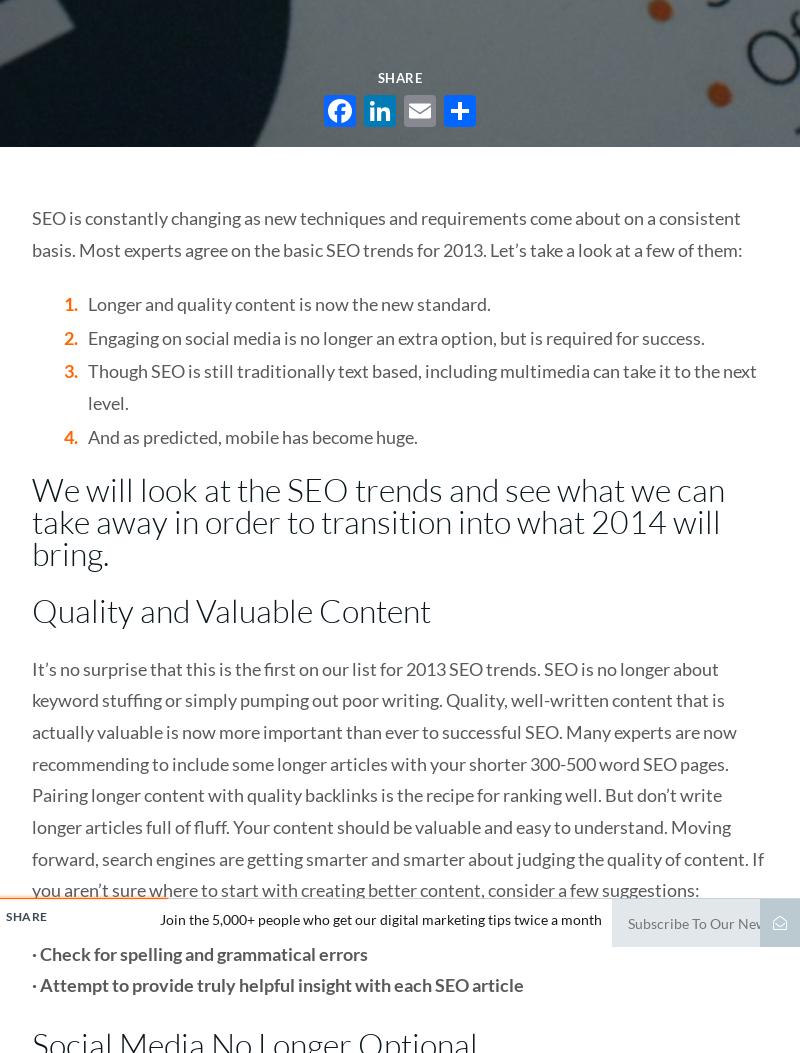 This screenshot has height=1053, width=800. I want to click on 'Longer and quality content is now the new standard.', so click(289, 304).